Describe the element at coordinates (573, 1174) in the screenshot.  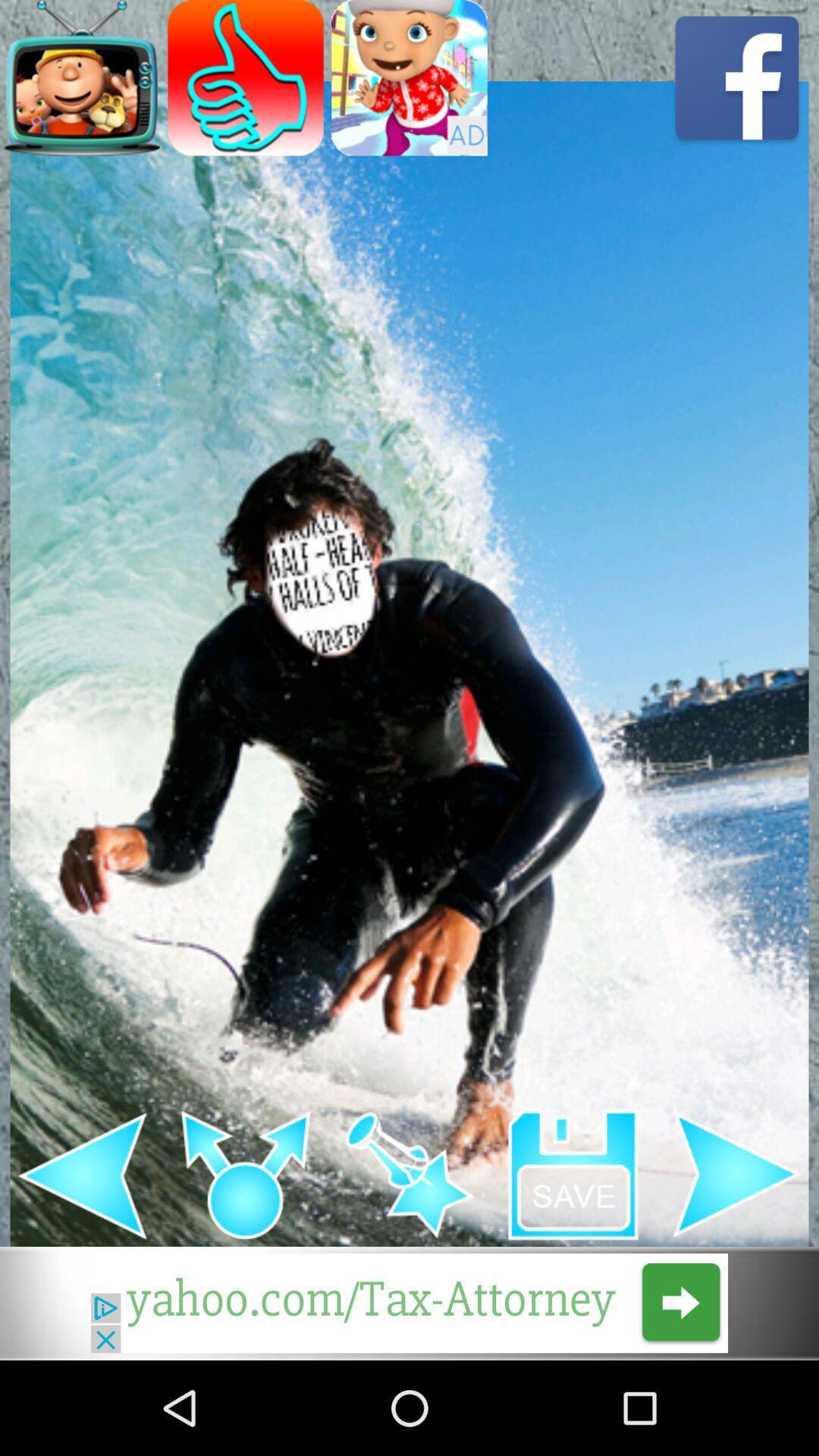
I see `to save` at that location.